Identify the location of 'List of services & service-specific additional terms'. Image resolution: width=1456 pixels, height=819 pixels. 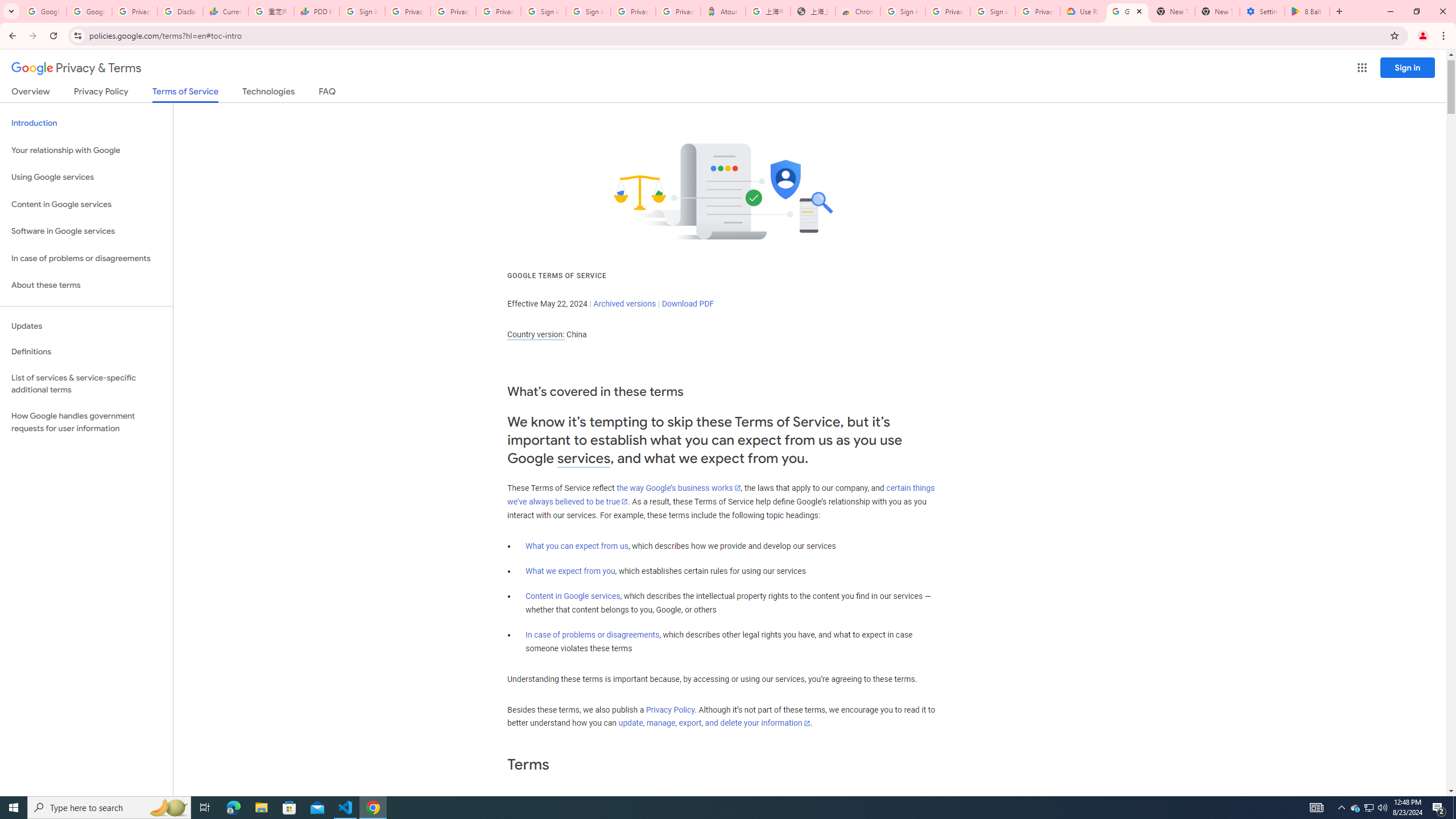
(86, 383).